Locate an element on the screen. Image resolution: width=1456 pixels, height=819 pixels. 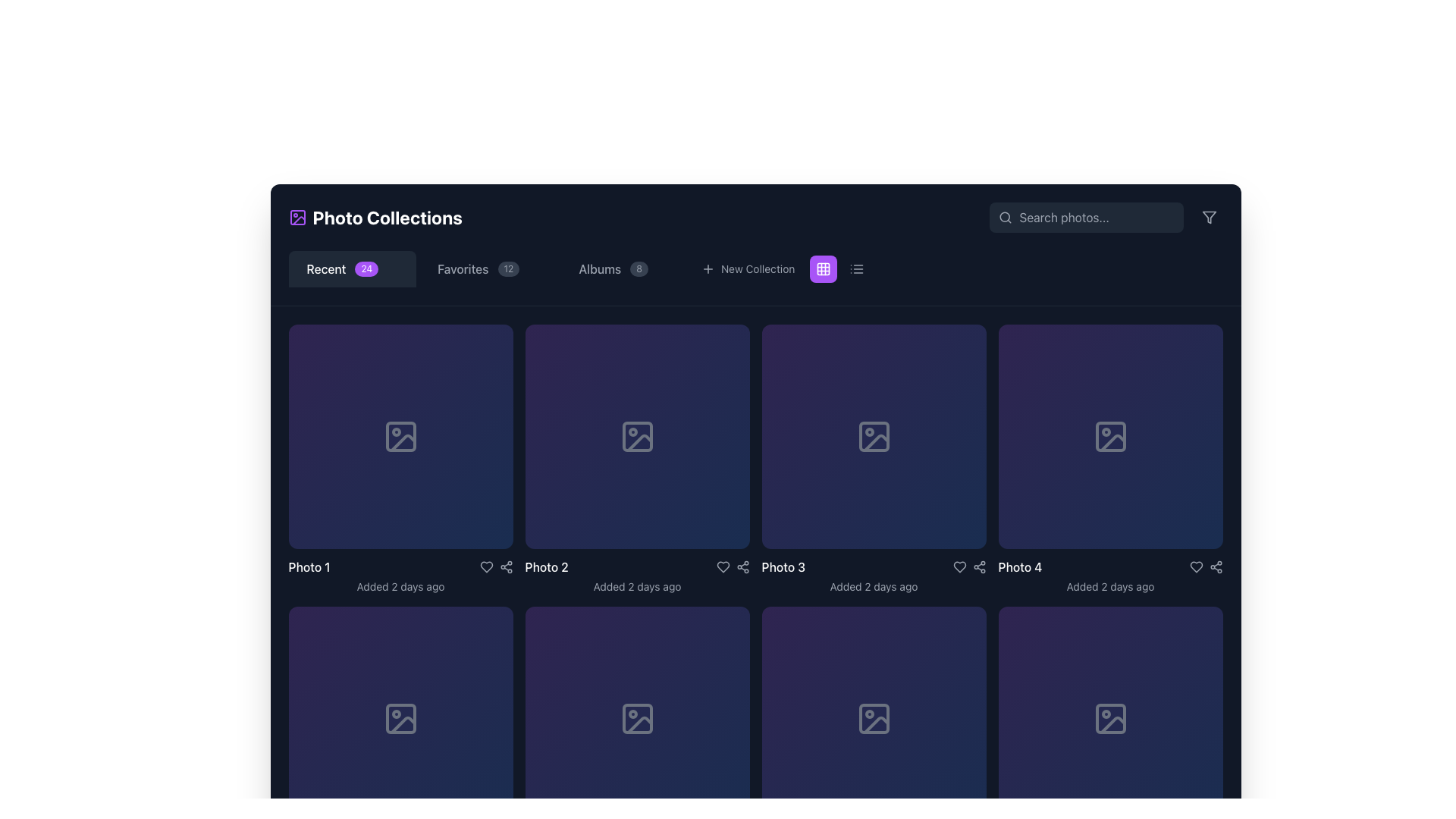
the image placeholder icon located in the fourth grid cell of the bottom row in the gallery layout is located at coordinates (1110, 718).